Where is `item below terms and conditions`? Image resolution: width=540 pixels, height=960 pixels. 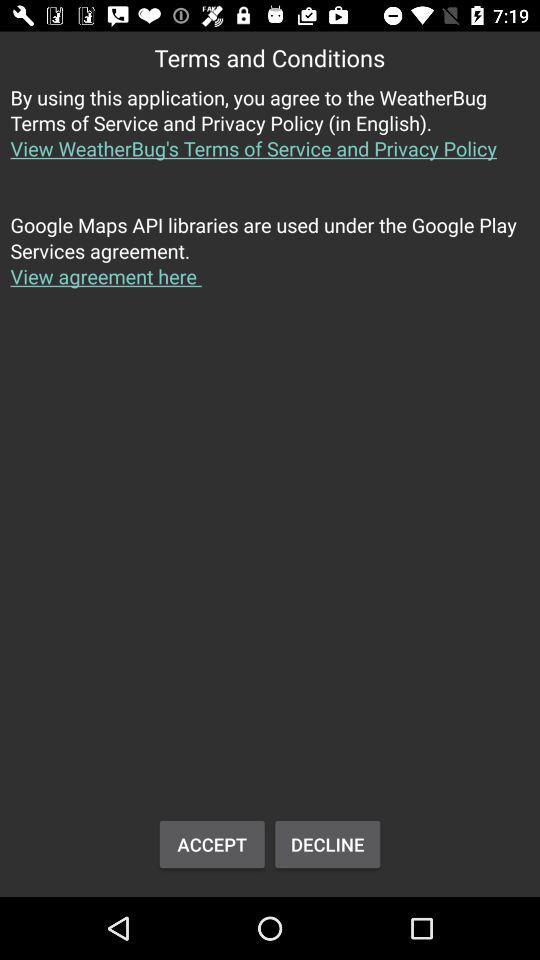
item below terms and conditions is located at coordinates (270, 133).